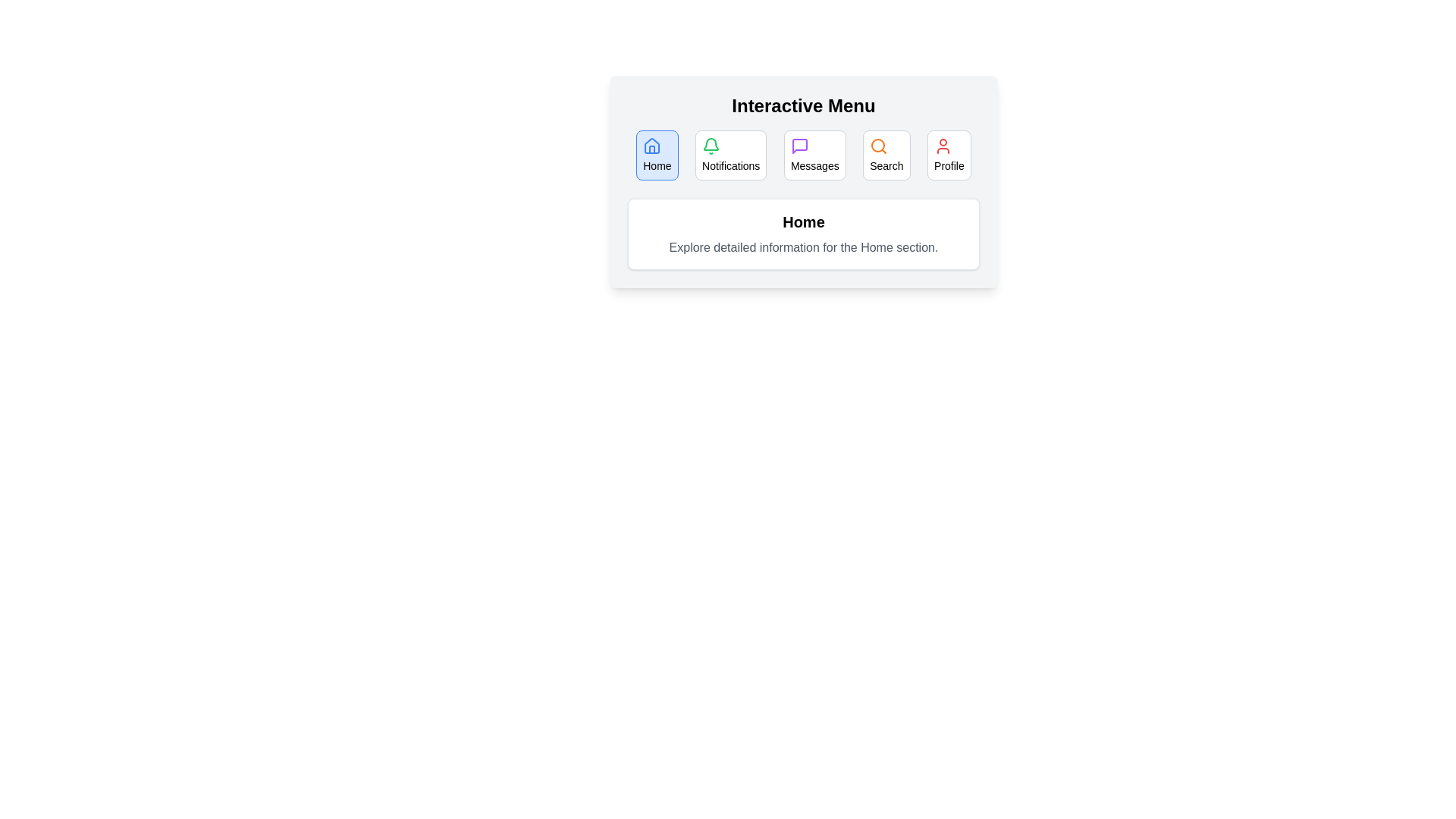 Image resolution: width=1456 pixels, height=819 pixels. Describe the element at coordinates (886, 155) in the screenshot. I see `the 'Search' button, which is a rectangular button with rounded corners, a white background, and an orange search icon above the text 'Search' written in black, to initiate a search` at that location.